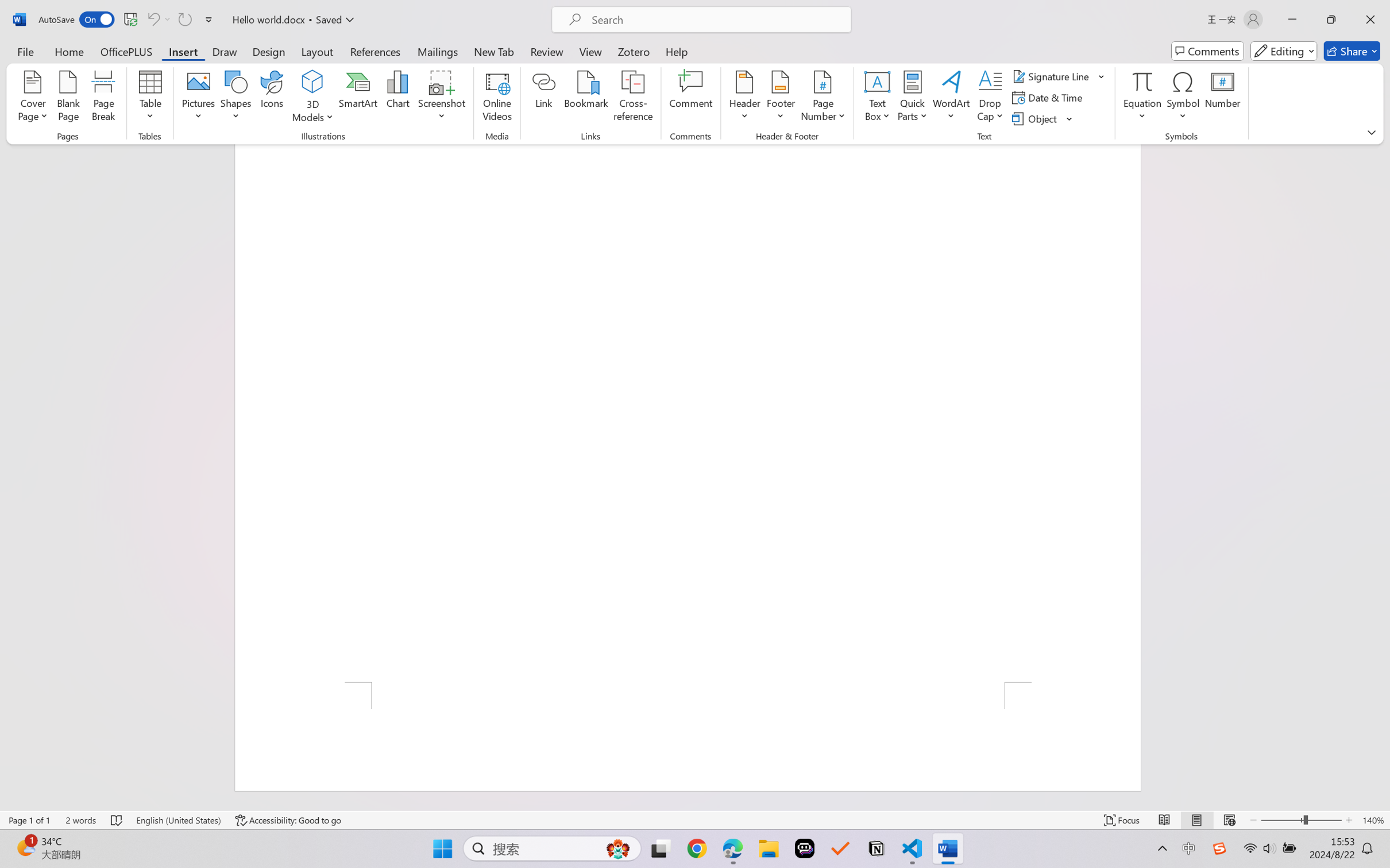  I want to click on 'Read Mode', so click(1164, 820).